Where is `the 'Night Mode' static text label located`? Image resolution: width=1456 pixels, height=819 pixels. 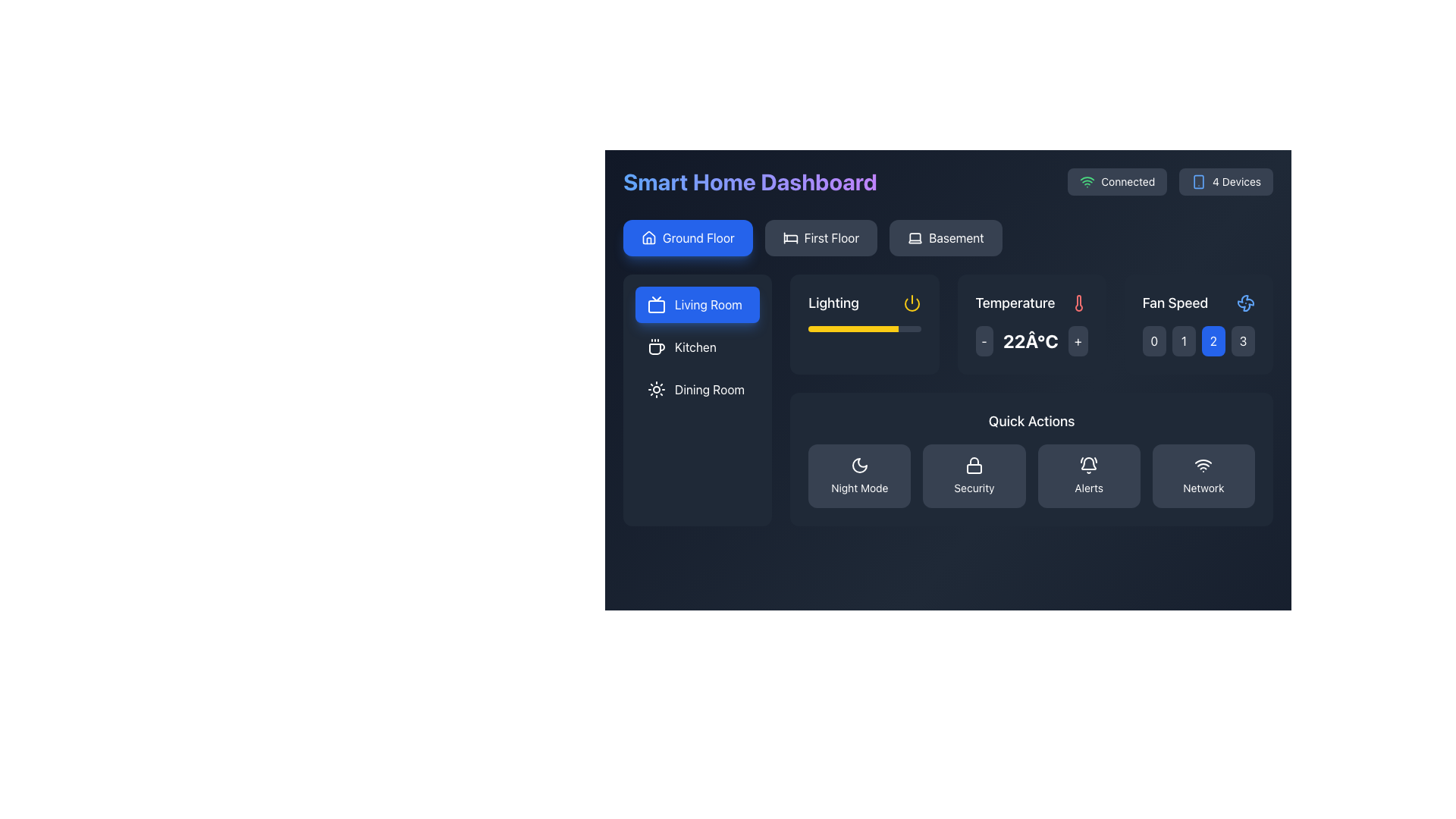
the 'Night Mode' static text label located is located at coordinates (859, 488).